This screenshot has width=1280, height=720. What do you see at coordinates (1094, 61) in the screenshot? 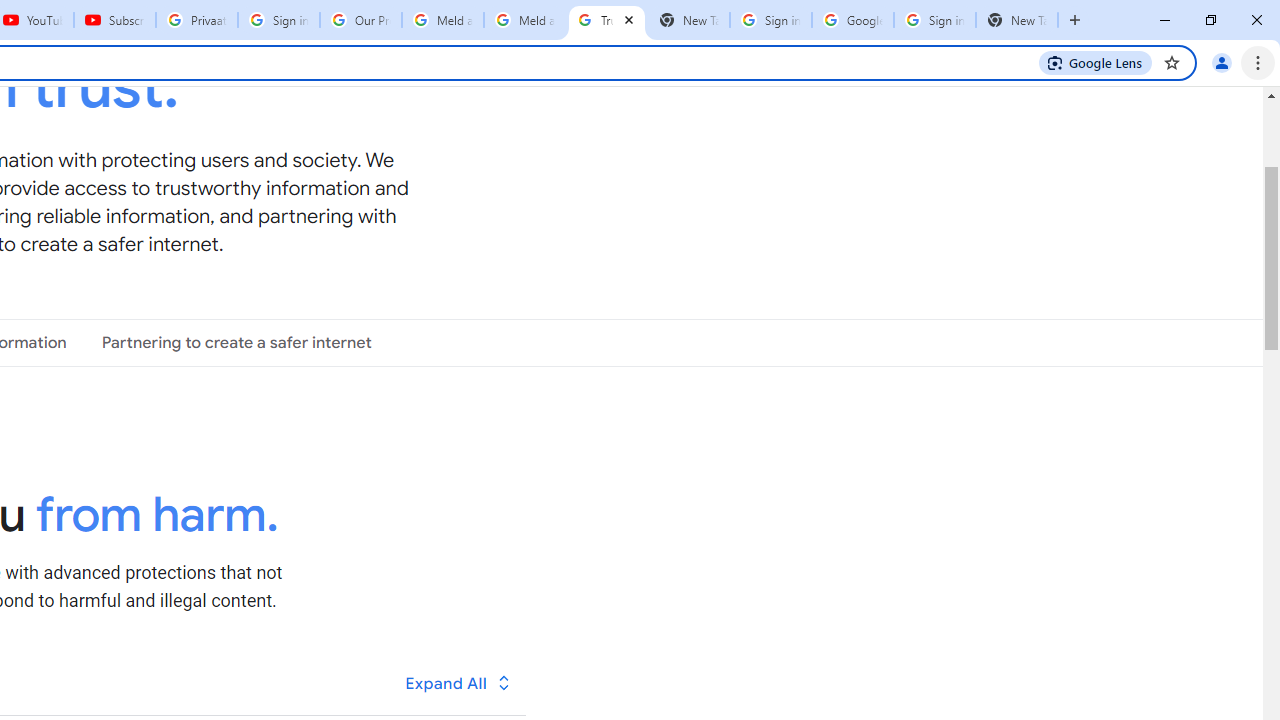
I see `'Search with Google Lens'` at bounding box center [1094, 61].